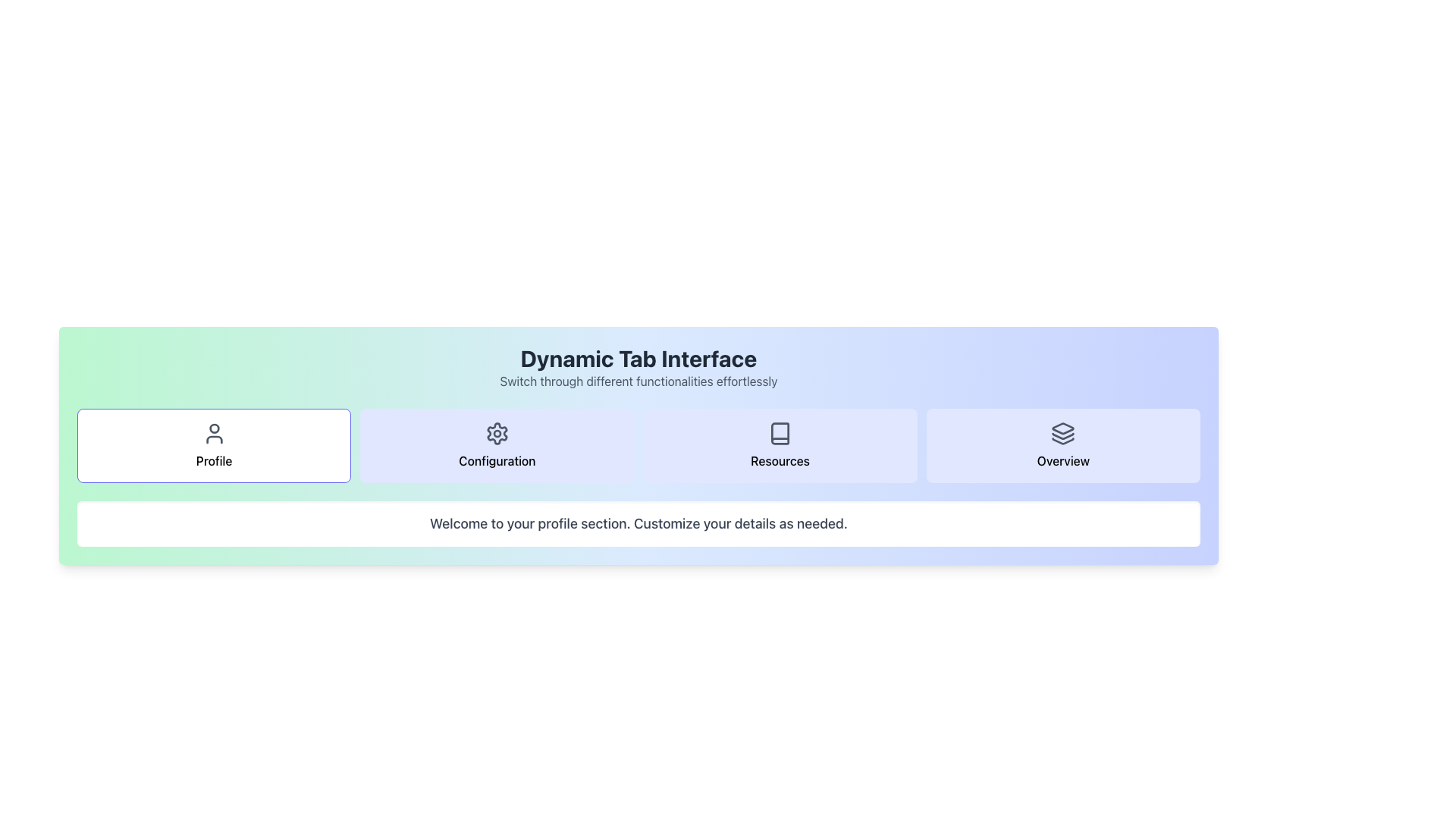 Image resolution: width=1456 pixels, height=819 pixels. What do you see at coordinates (1062, 433) in the screenshot?
I see `the 'Overview' icon located at the rightmost button in the horizontal row at the bottom of the interface` at bounding box center [1062, 433].